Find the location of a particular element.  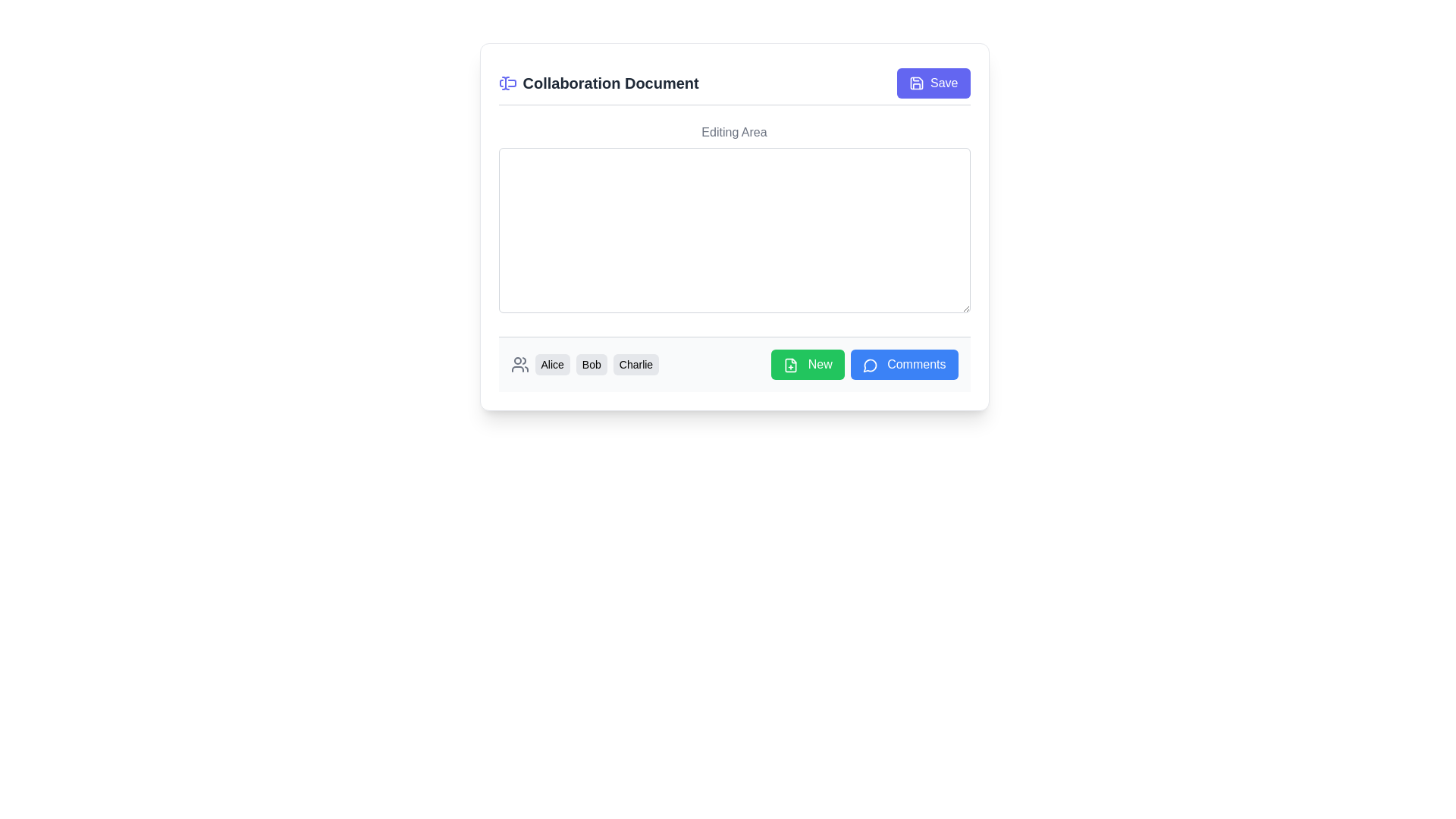

the 'Bob' badge located between 'Alice' and 'Charlie' badges at the bottom of the interface is located at coordinates (584, 365).